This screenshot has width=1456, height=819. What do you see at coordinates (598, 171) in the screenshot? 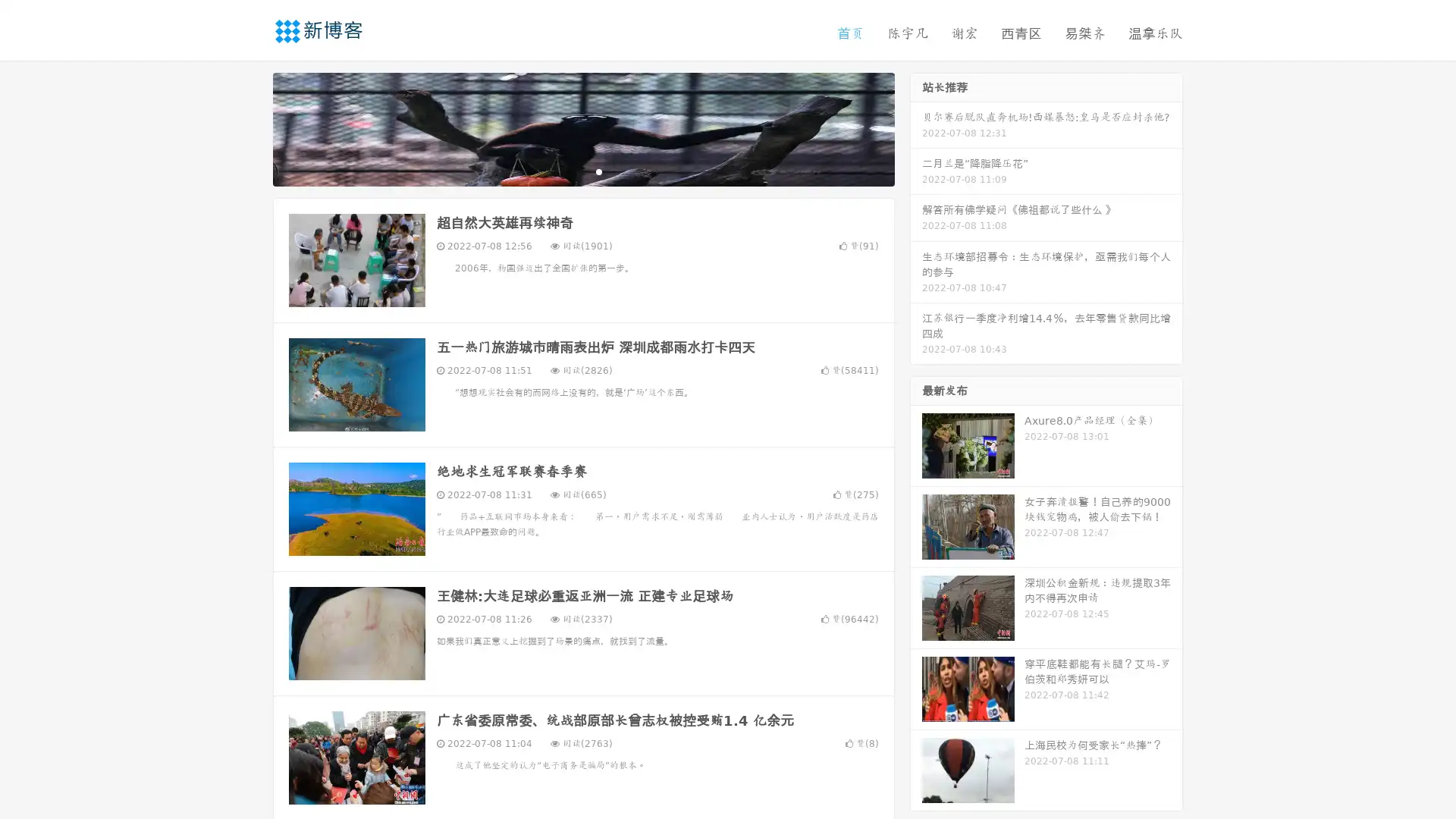
I see `Go to slide 3` at bounding box center [598, 171].